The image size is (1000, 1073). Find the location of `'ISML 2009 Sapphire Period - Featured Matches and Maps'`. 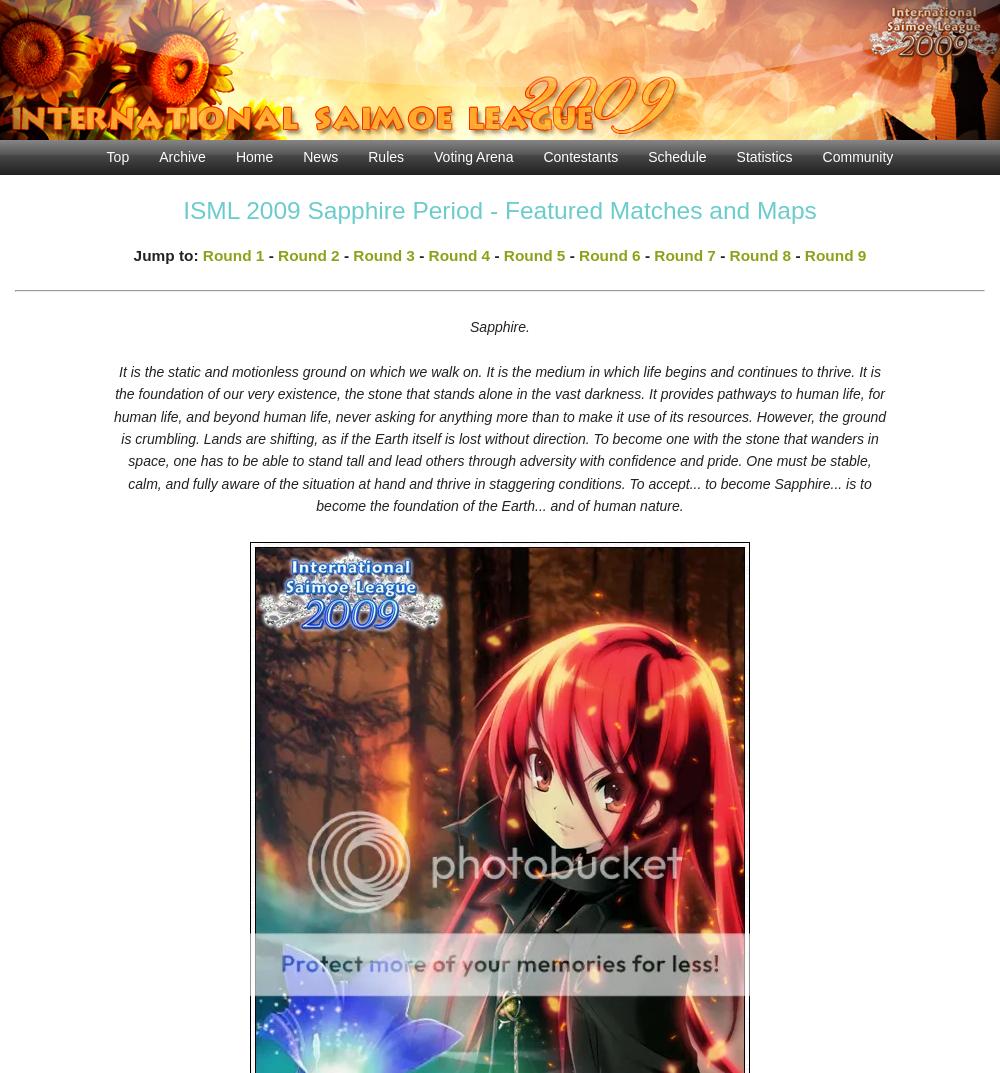

'ISML 2009 Sapphire Period - Featured Matches and Maps' is located at coordinates (498, 210).